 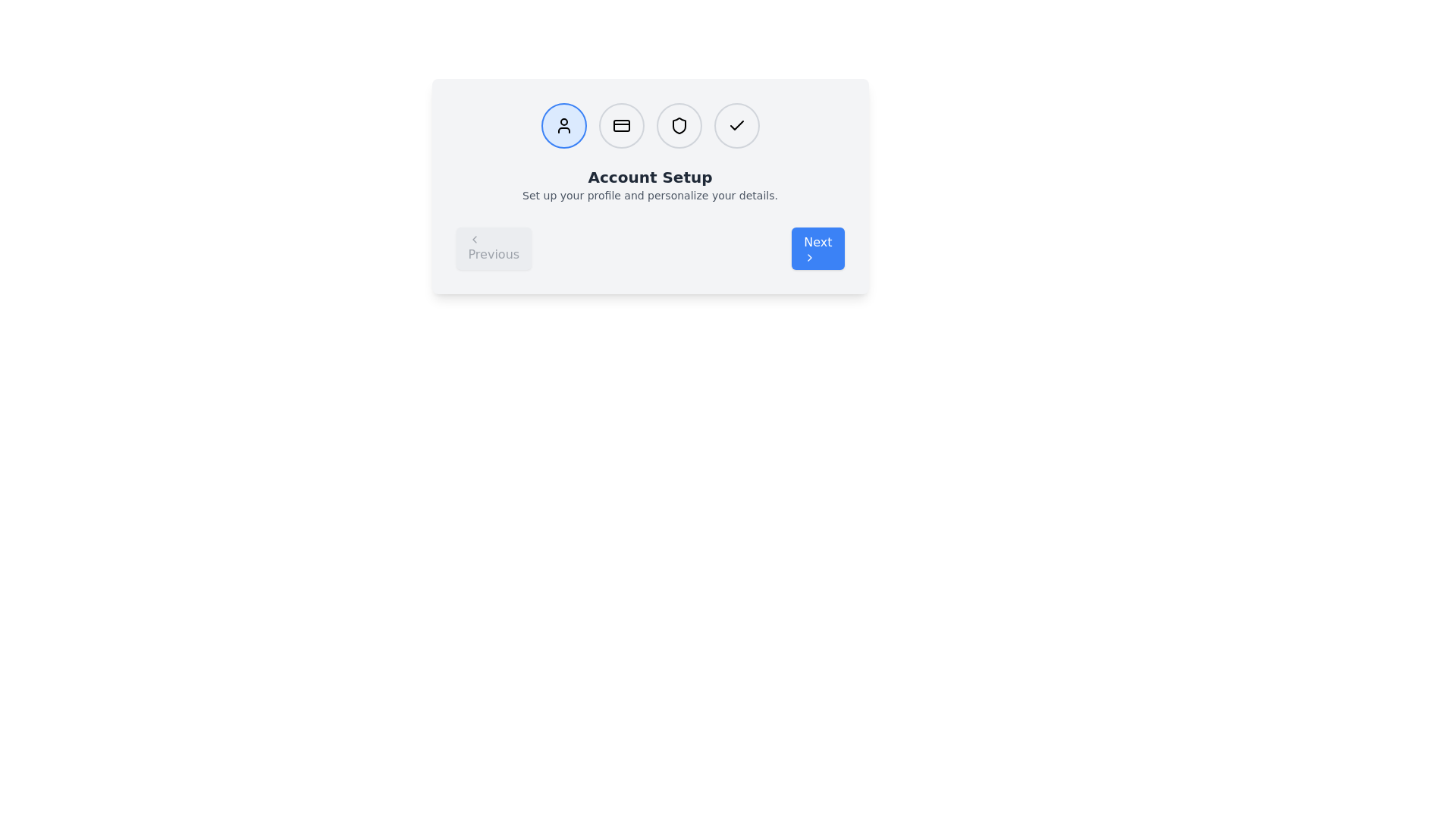 I want to click on the checkmark icon that indicates completion or selection, located within a circular area in the fourth position from the left in a row of circles at the top of the layout, so click(x=736, y=124).